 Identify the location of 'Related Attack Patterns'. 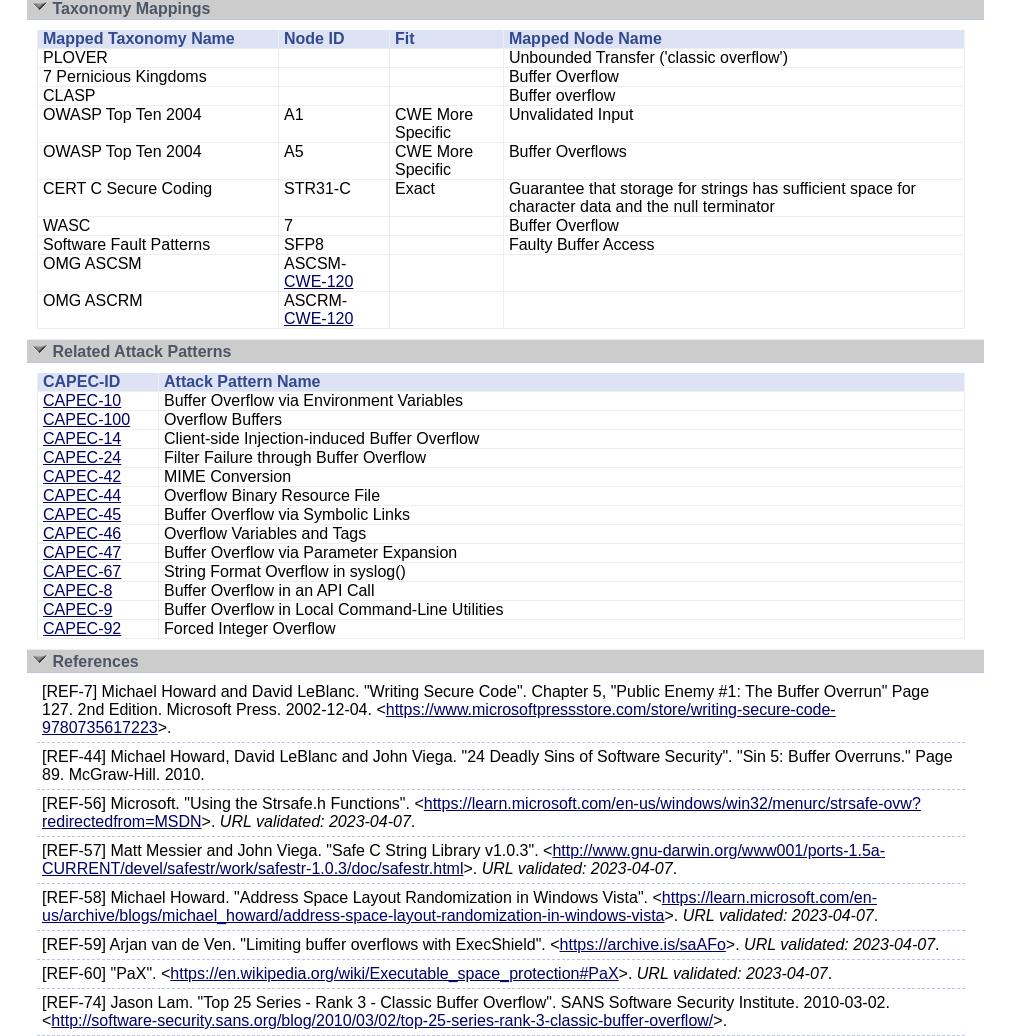
(141, 351).